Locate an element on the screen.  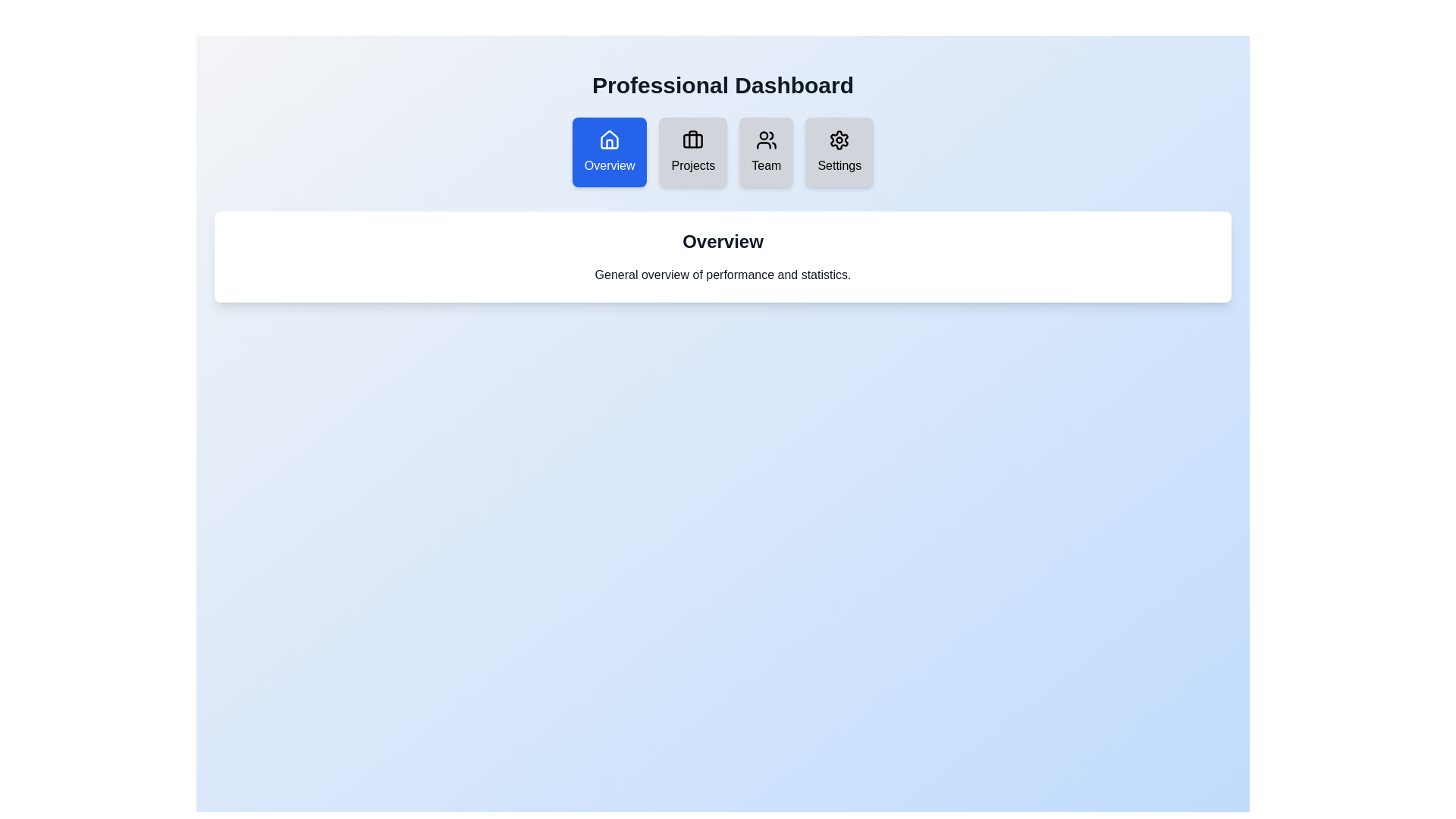
the header text 'Professional Dashboard' for copying is located at coordinates (722, 85).